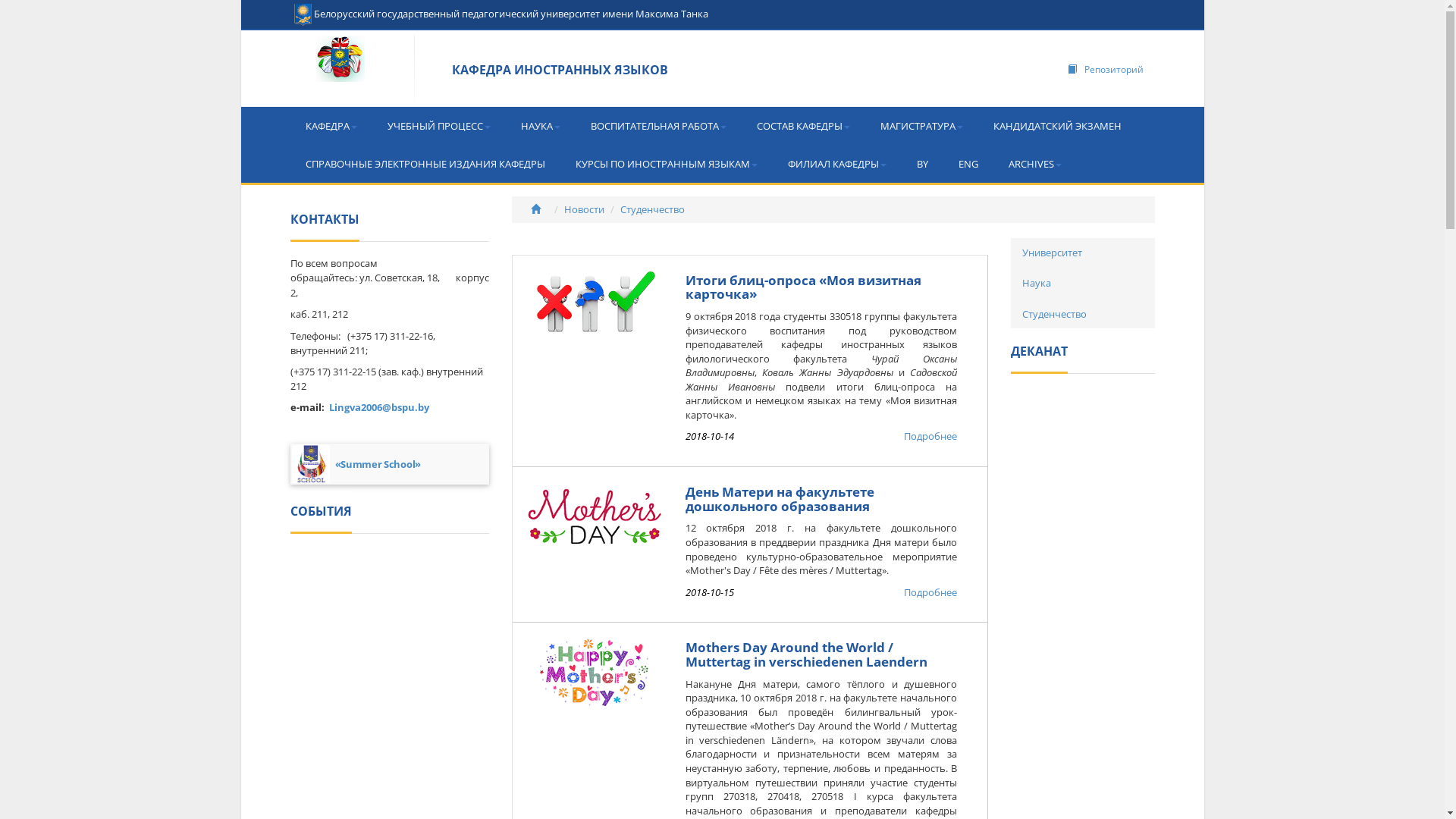 The image size is (1456, 819). Describe the element at coordinates (901, 164) in the screenshot. I see `'BY'` at that location.